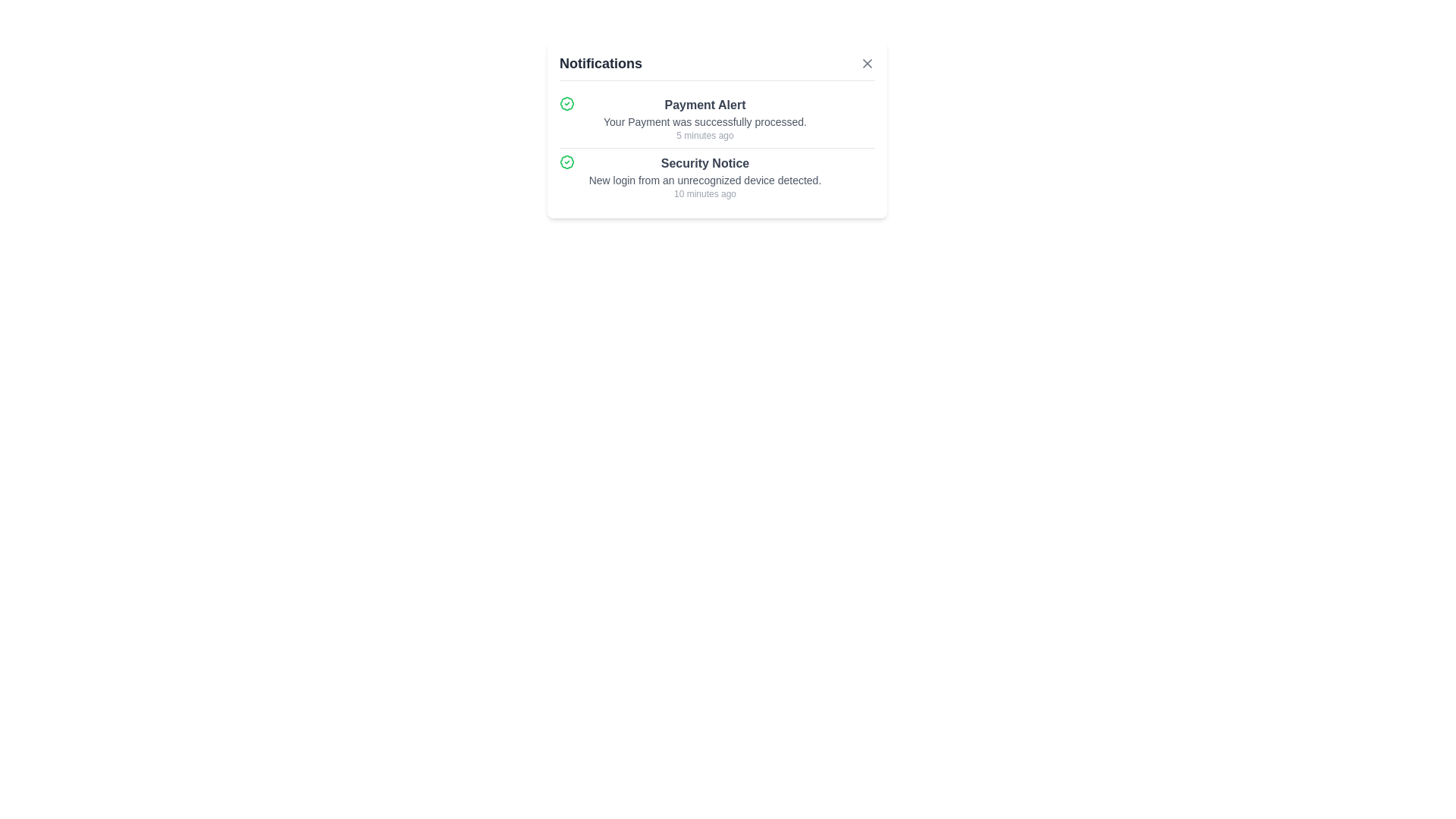 The height and width of the screenshot is (819, 1456). Describe the element at coordinates (716, 118) in the screenshot. I see `the first notification in the notifications panel to acknowledge the recent successful payment event` at that location.